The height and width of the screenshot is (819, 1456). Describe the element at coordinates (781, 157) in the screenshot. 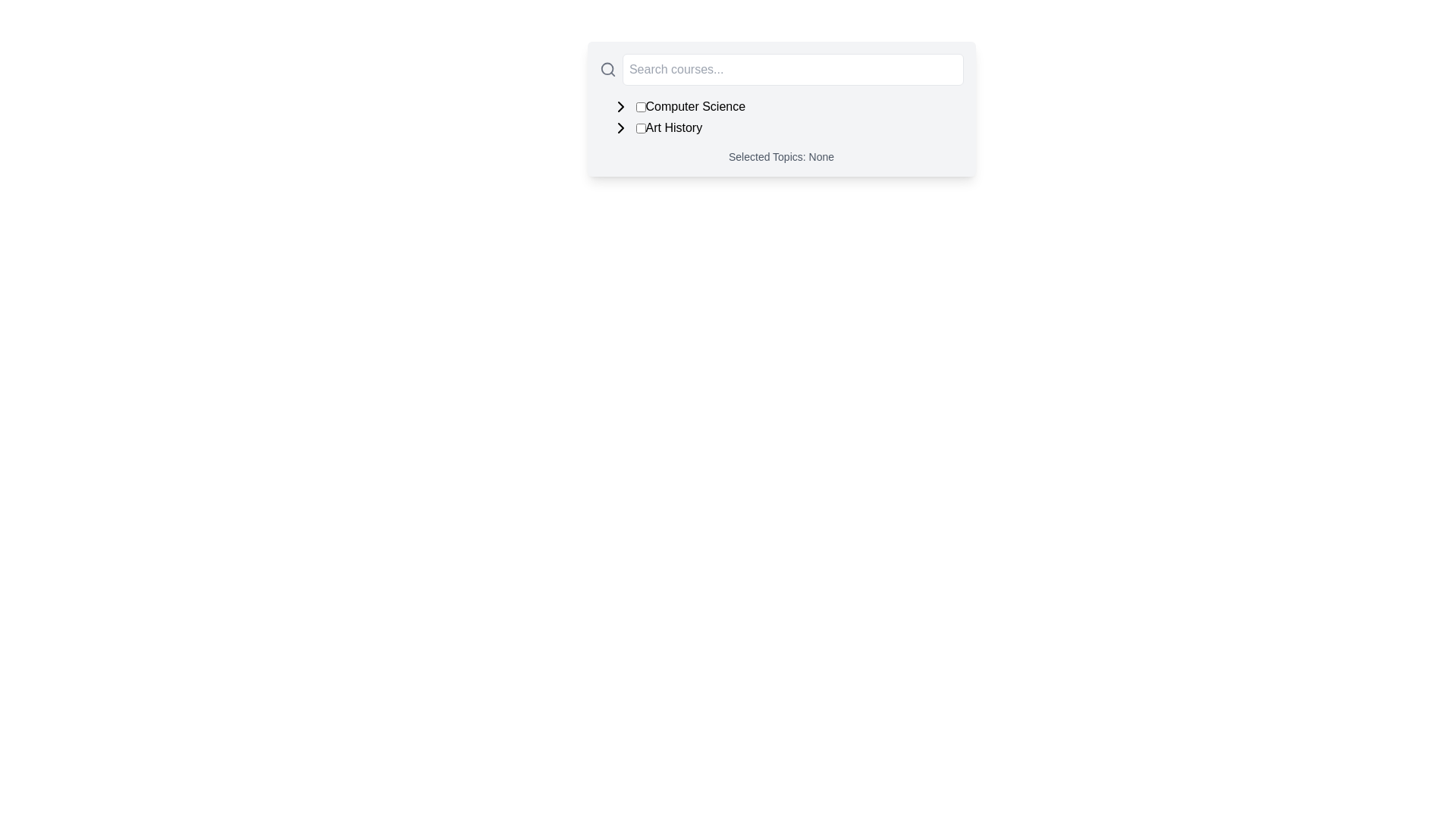

I see `the text label displaying 'Selected Topics: None' located at the footer of the content section` at that location.